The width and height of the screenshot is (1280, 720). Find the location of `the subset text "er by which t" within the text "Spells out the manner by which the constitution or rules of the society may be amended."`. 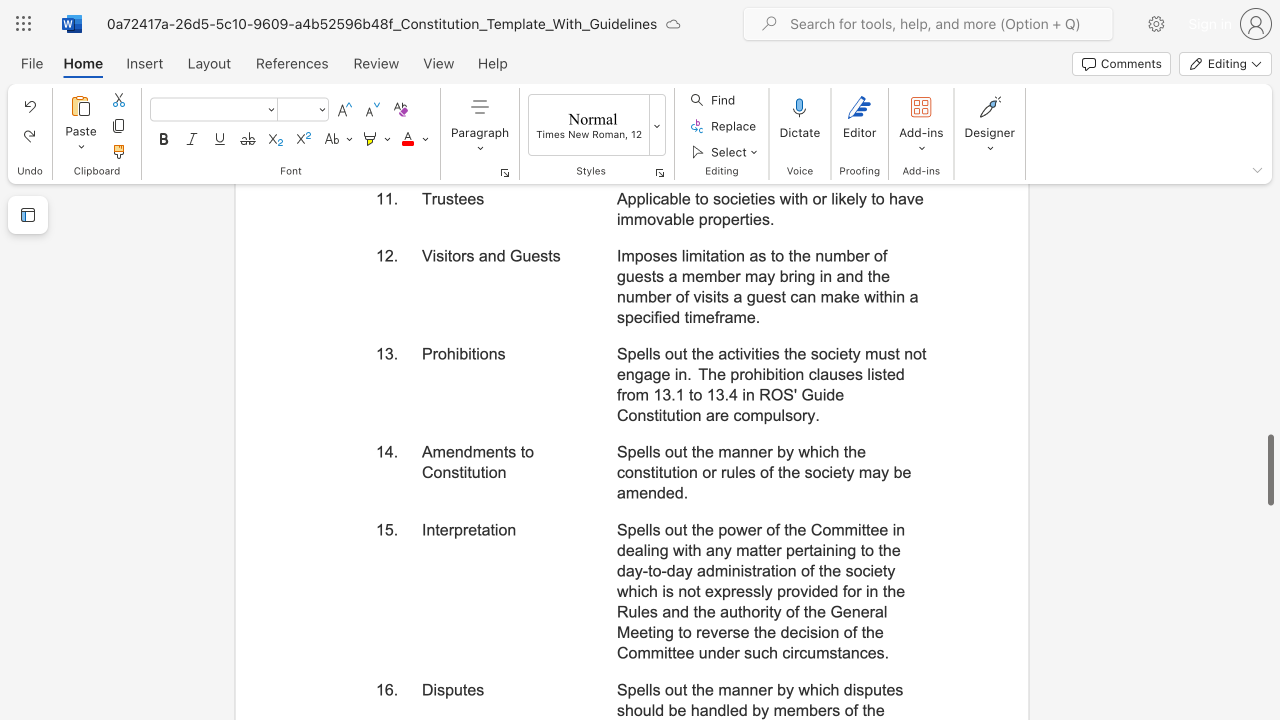

the subset text "er by which t" within the text "Spells out the manner by which the constitution or rules of the society may be amended." is located at coordinates (757, 452).